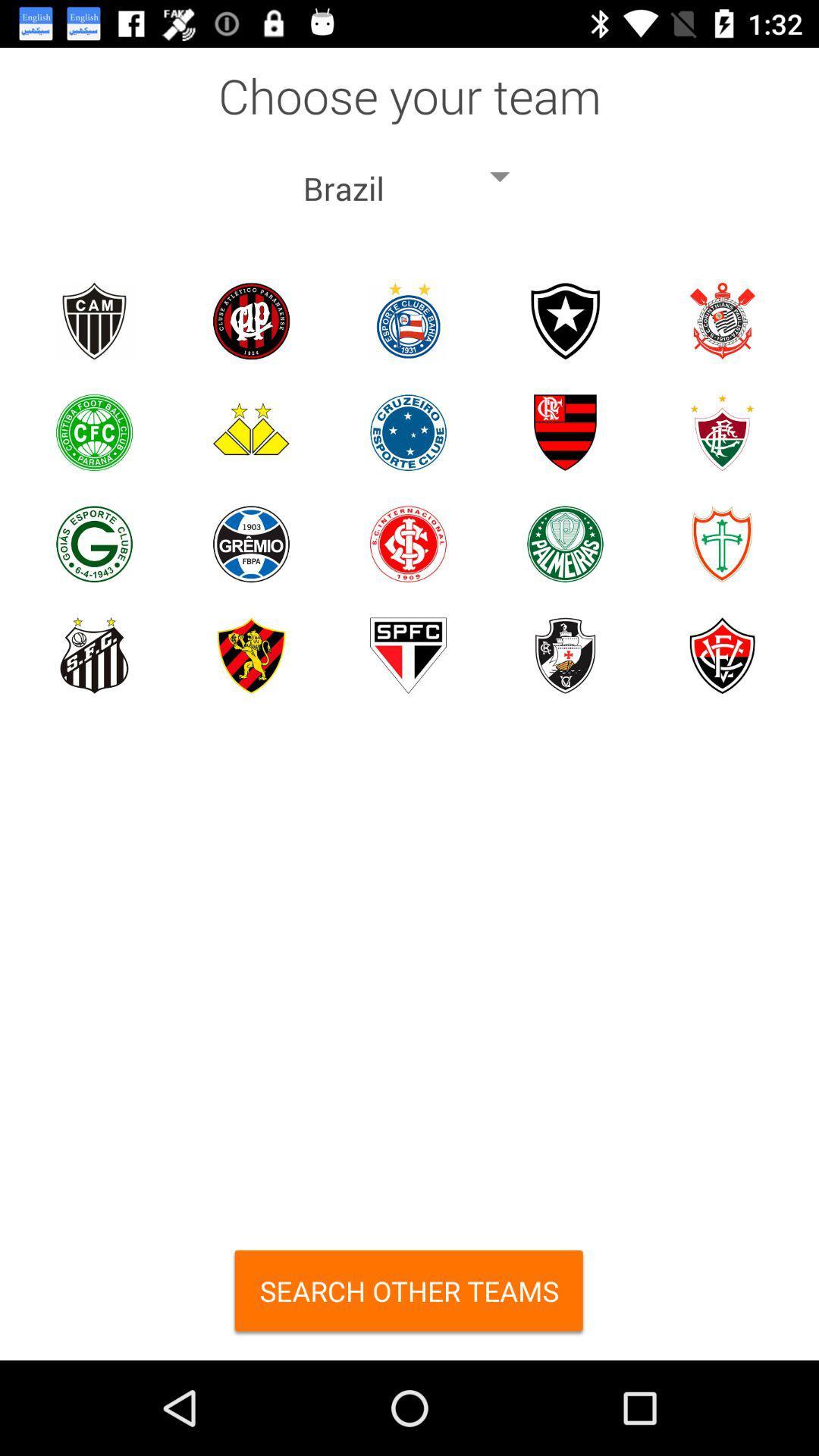  I want to click on pick this team, so click(721, 544).